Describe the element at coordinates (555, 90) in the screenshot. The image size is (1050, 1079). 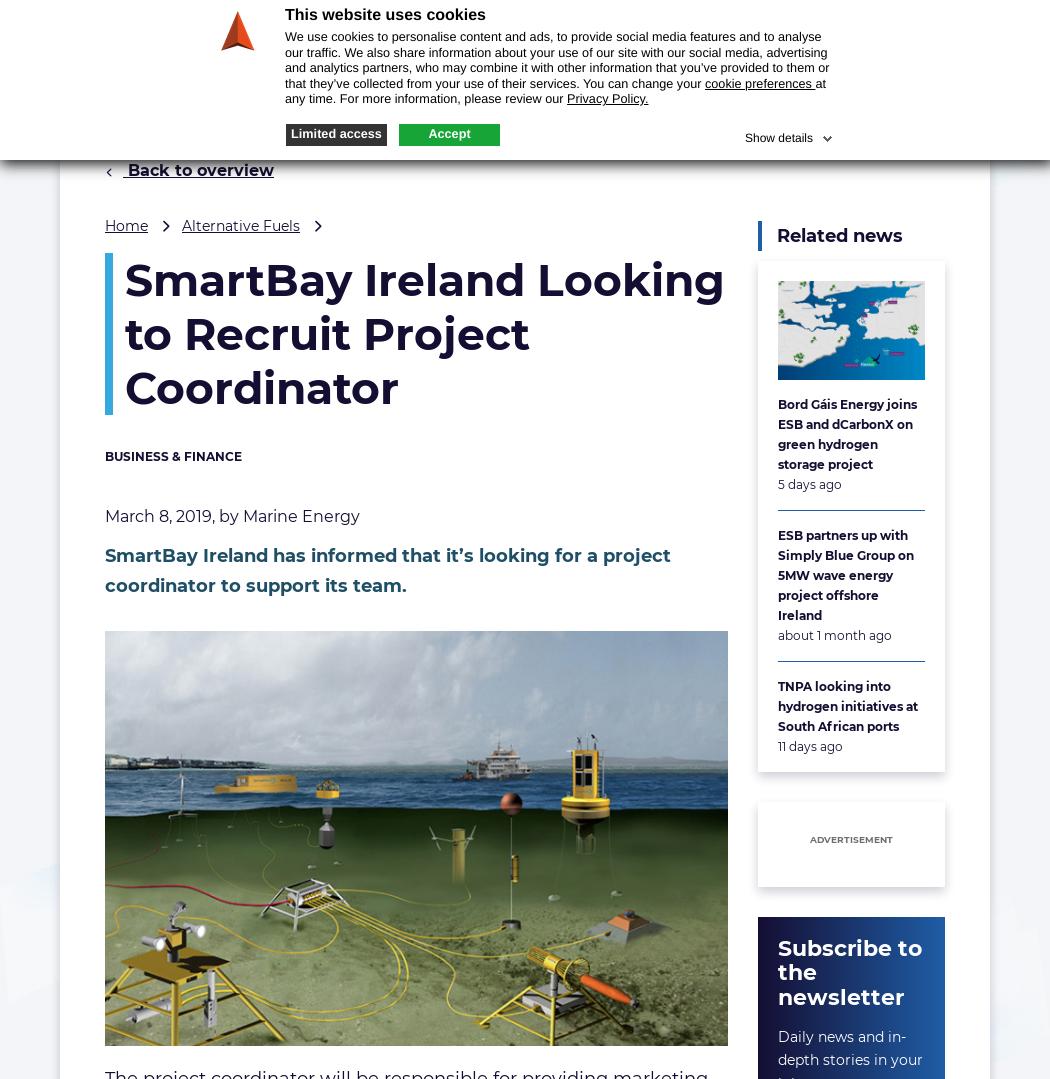
I see `'at any time. For more information, please review our'` at that location.